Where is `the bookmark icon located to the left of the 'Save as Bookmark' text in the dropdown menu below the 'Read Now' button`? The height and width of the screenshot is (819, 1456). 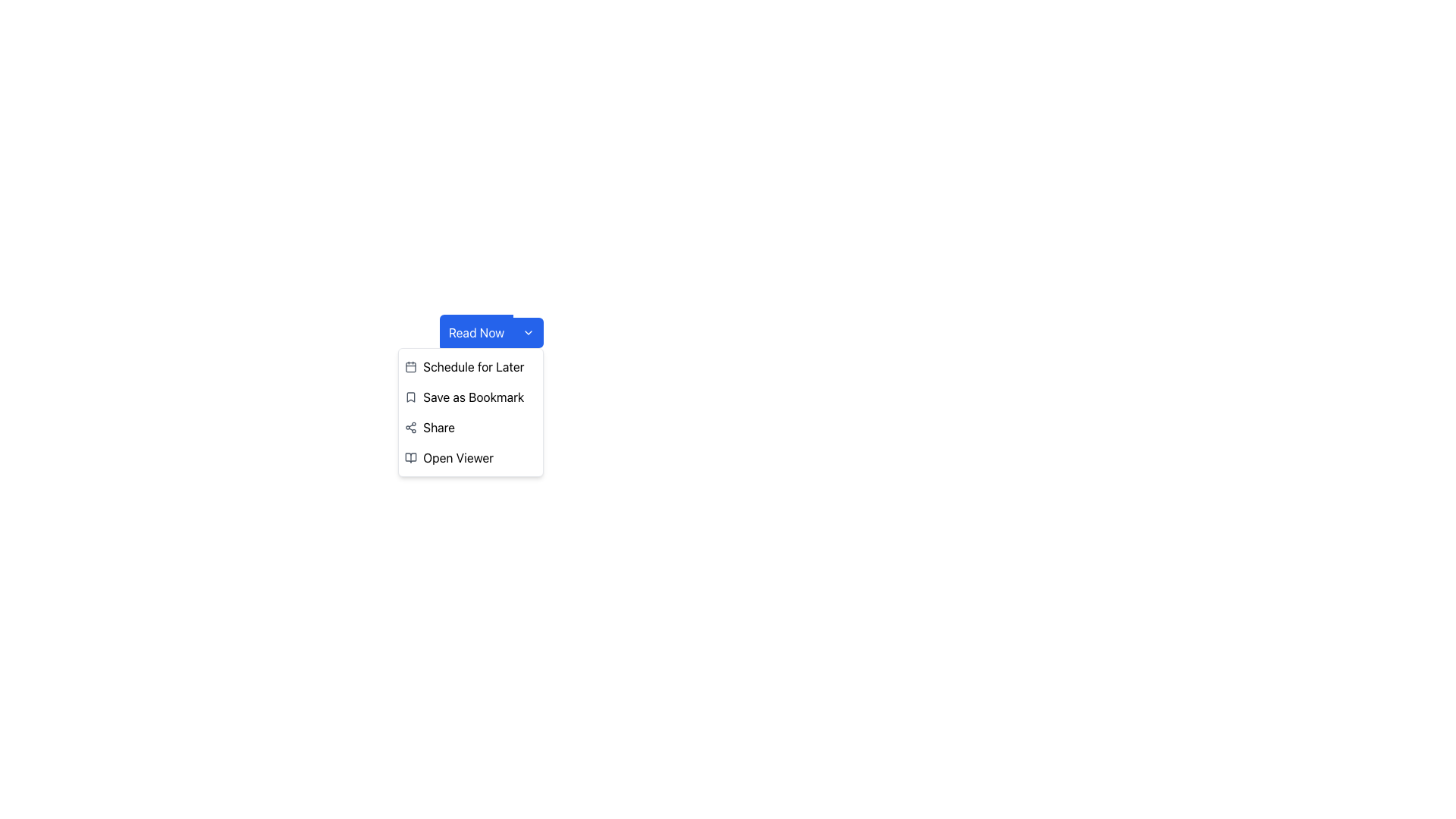 the bookmark icon located to the left of the 'Save as Bookmark' text in the dropdown menu below the 'Read Now' button is located at coordinates (411, 397).